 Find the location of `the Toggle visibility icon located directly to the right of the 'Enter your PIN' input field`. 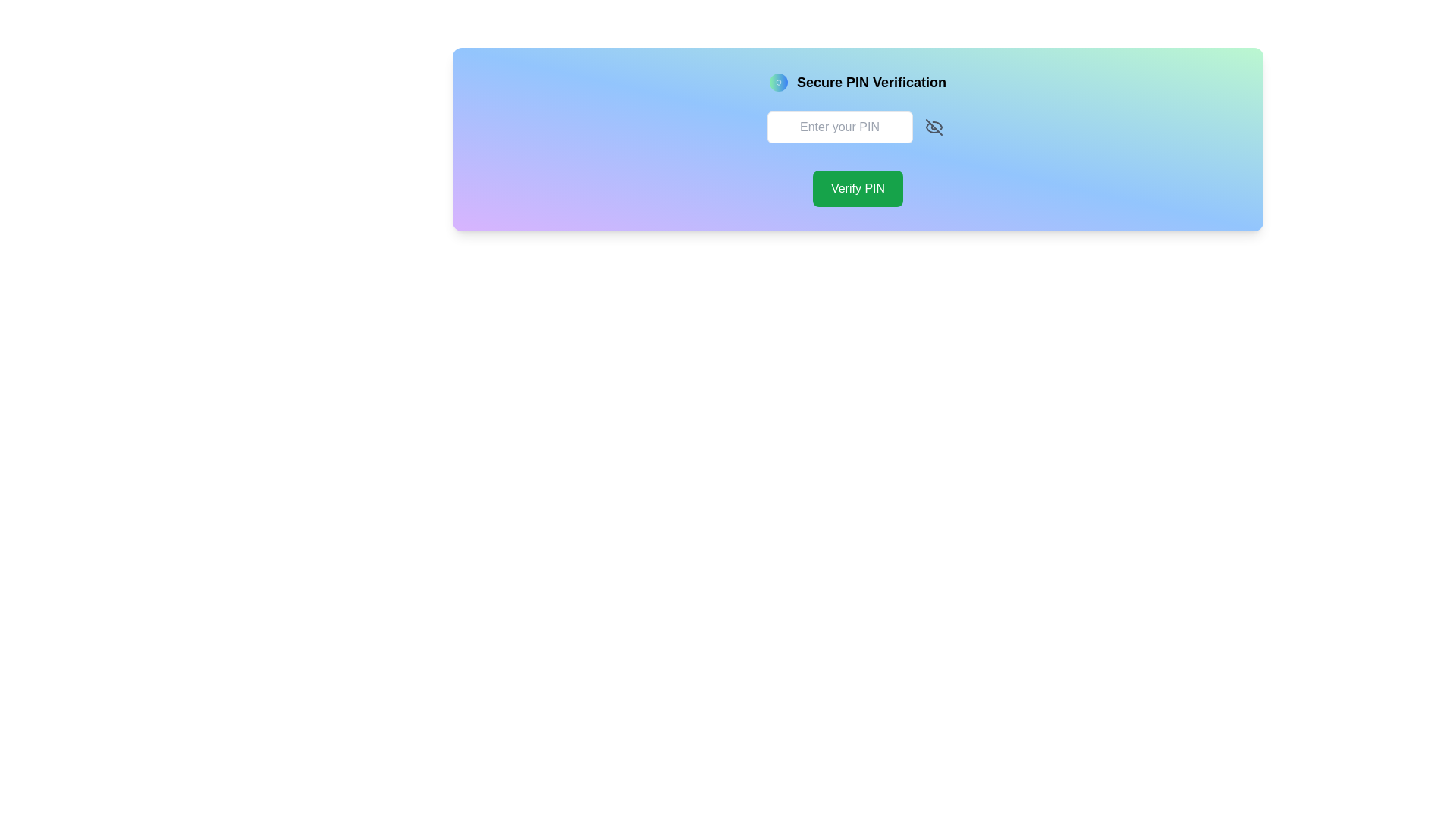

the Toggle visibility icon located directly to the right of the 'Enter your PIN' input field is located at coordinates (933, 127).